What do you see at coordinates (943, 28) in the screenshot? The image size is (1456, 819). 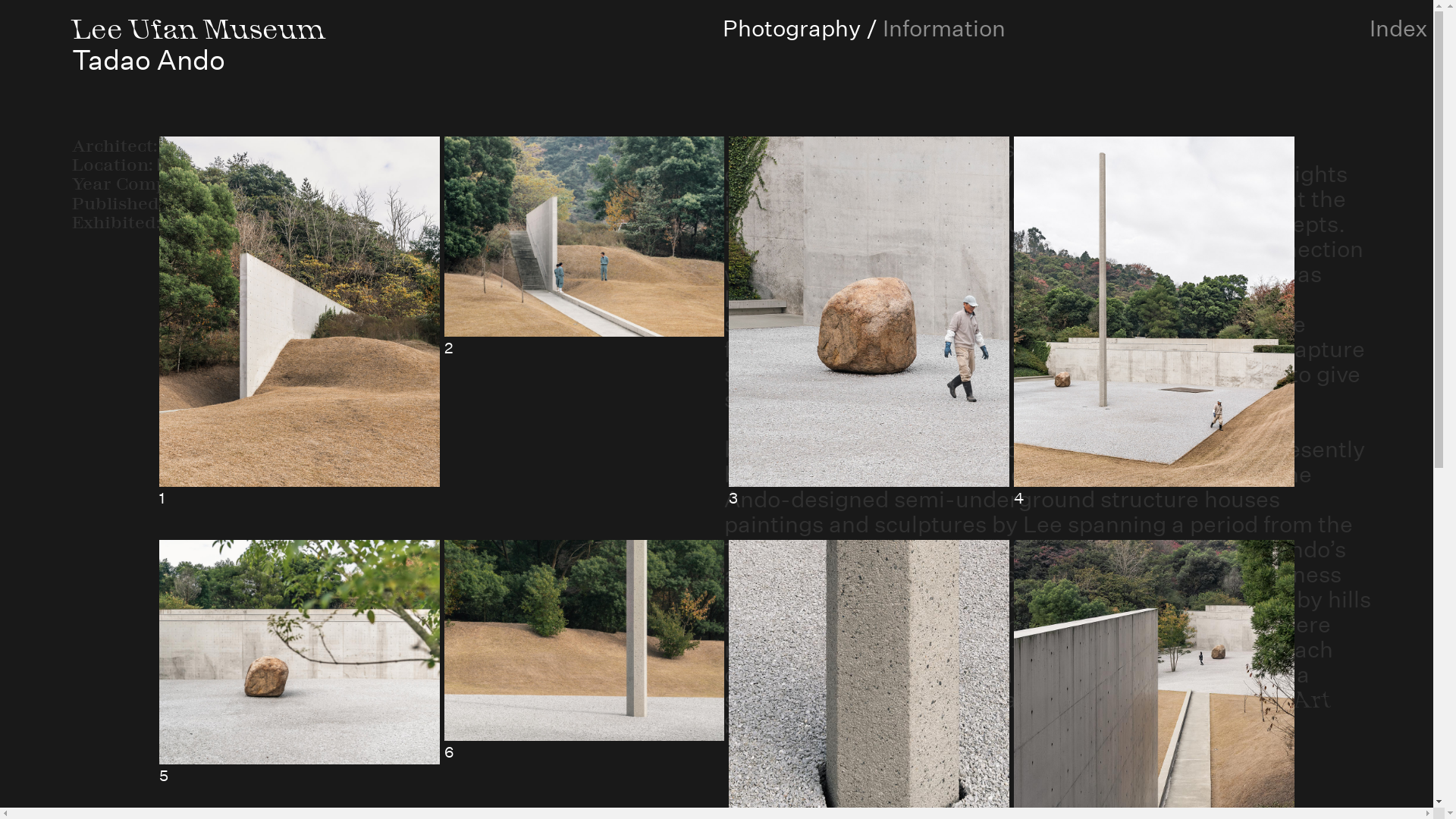 I see `'Information'` at bounding box center [943, 28].